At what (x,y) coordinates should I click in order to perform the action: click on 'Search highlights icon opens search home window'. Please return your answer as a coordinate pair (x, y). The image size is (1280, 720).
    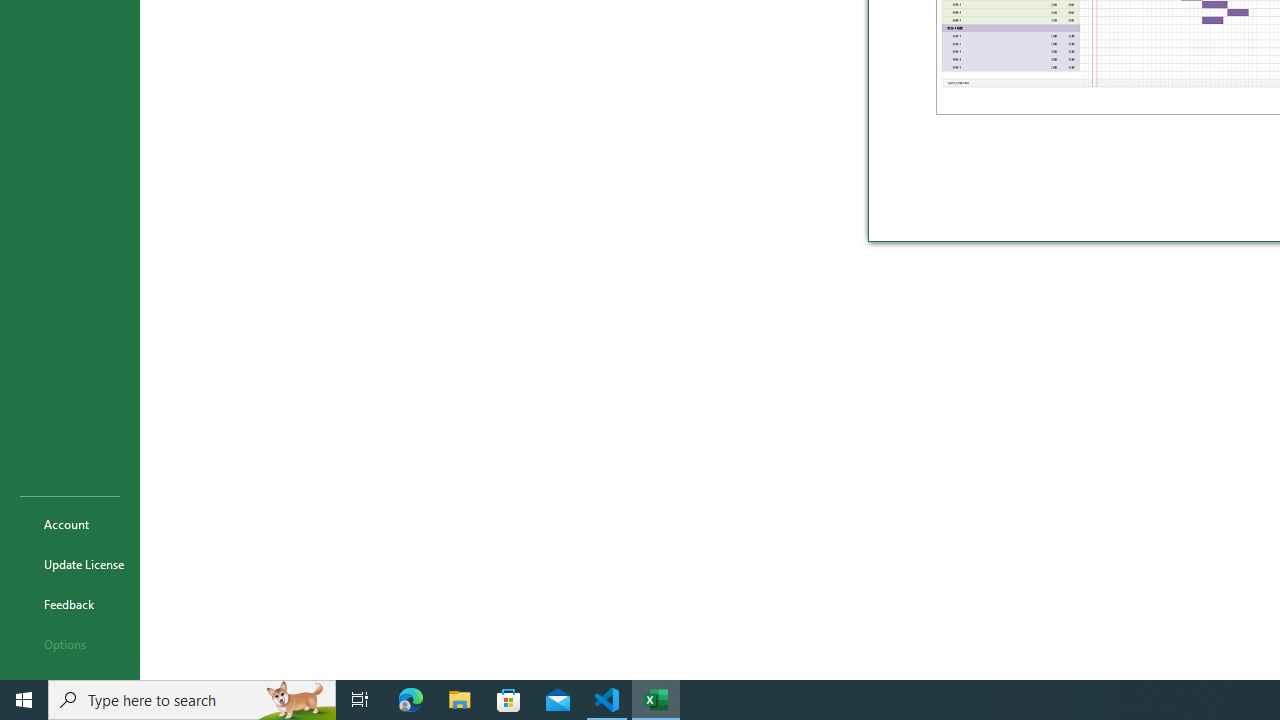
    Looking at the image, I should click on (294, 698).